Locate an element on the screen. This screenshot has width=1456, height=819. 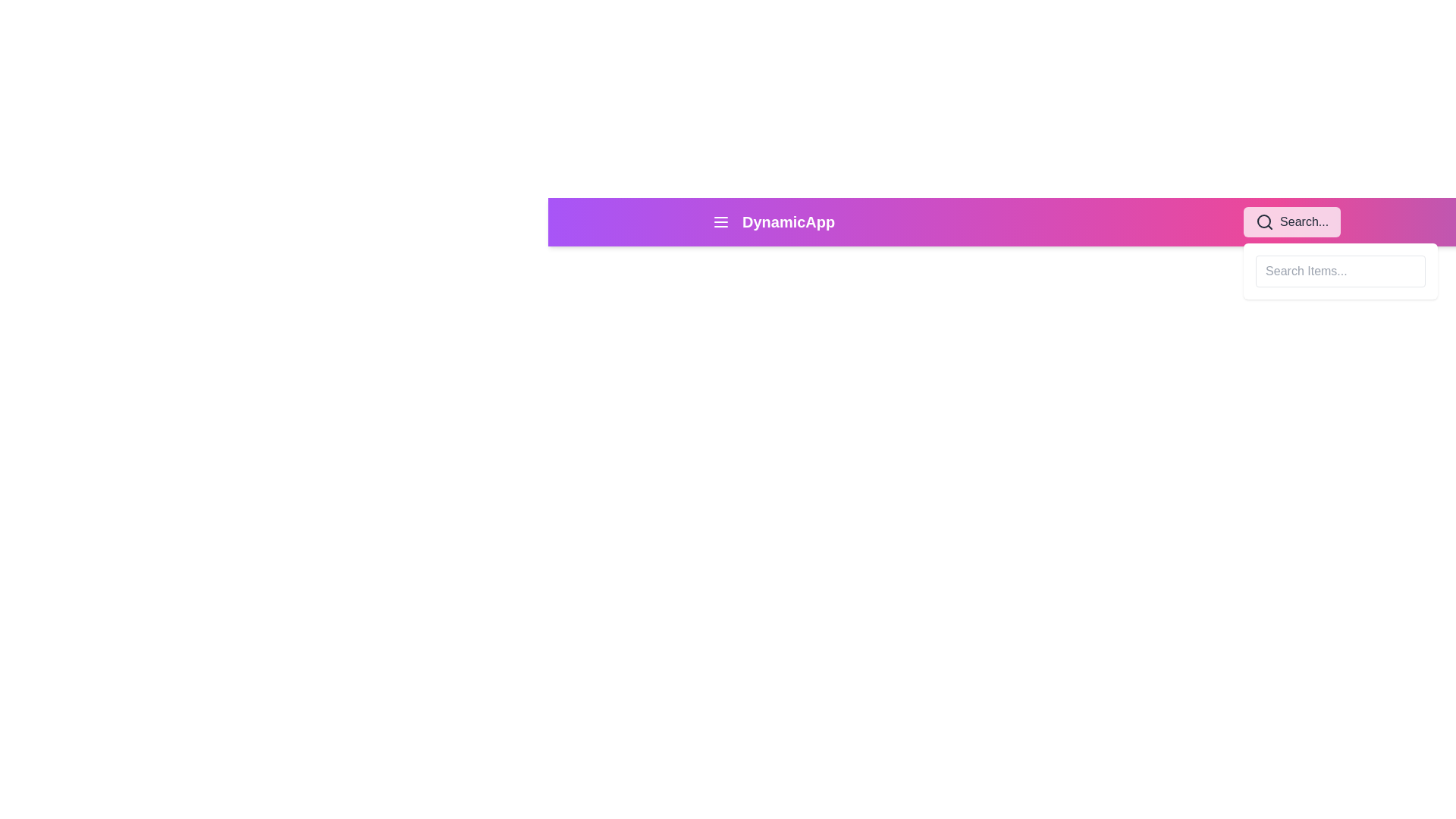
the text label 'DynamicApp' located in the horizontal navigation bar to the right of the hamburger menu icon is located at coordinates (789, 222).